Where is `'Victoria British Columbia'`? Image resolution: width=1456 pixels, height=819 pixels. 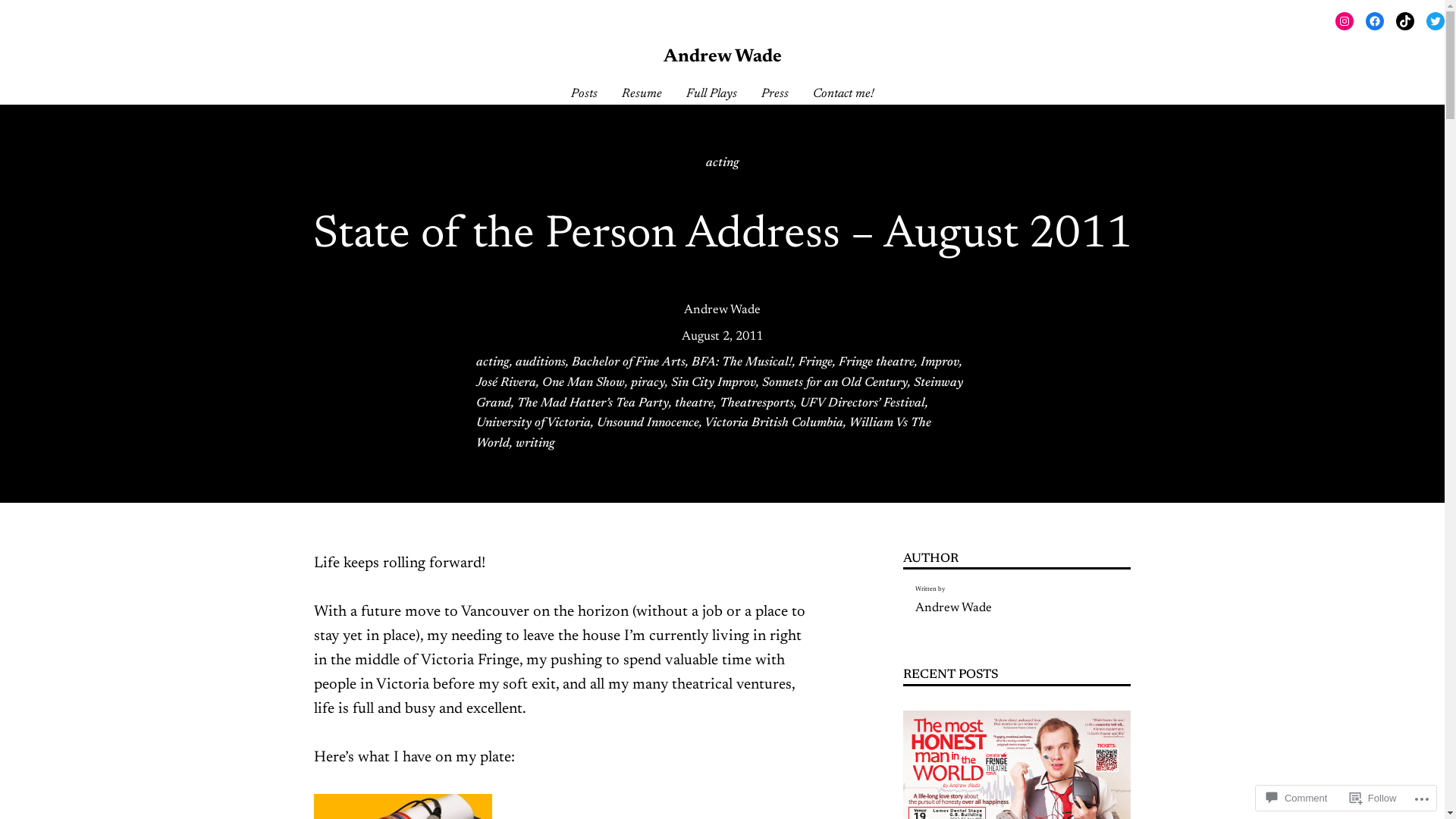 'Victoria British Columbia' is located at coordinates (773, 423).